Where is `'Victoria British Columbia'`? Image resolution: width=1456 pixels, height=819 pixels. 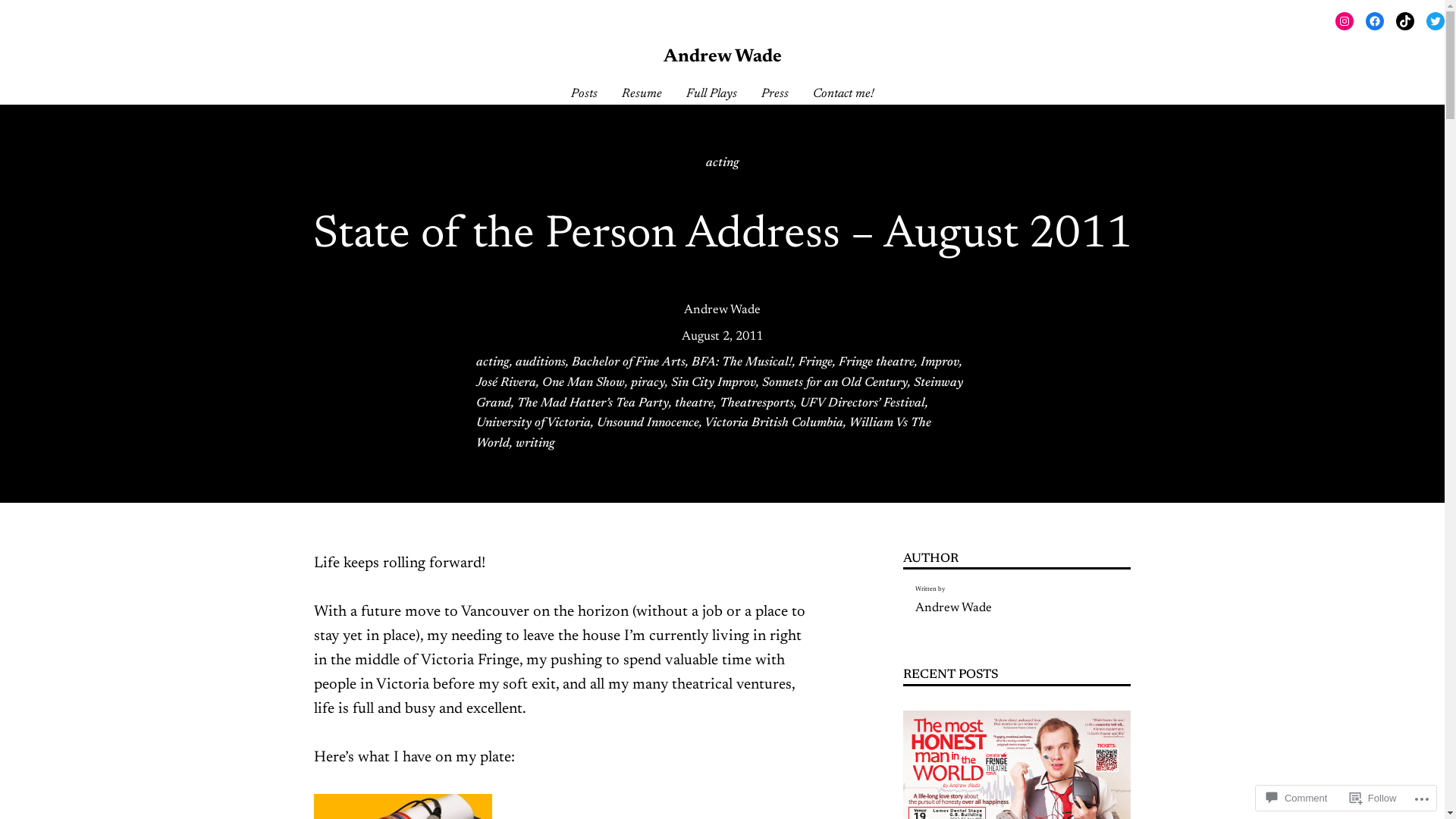 'Victoria British Columbia' is located at coordinates (773, 423).